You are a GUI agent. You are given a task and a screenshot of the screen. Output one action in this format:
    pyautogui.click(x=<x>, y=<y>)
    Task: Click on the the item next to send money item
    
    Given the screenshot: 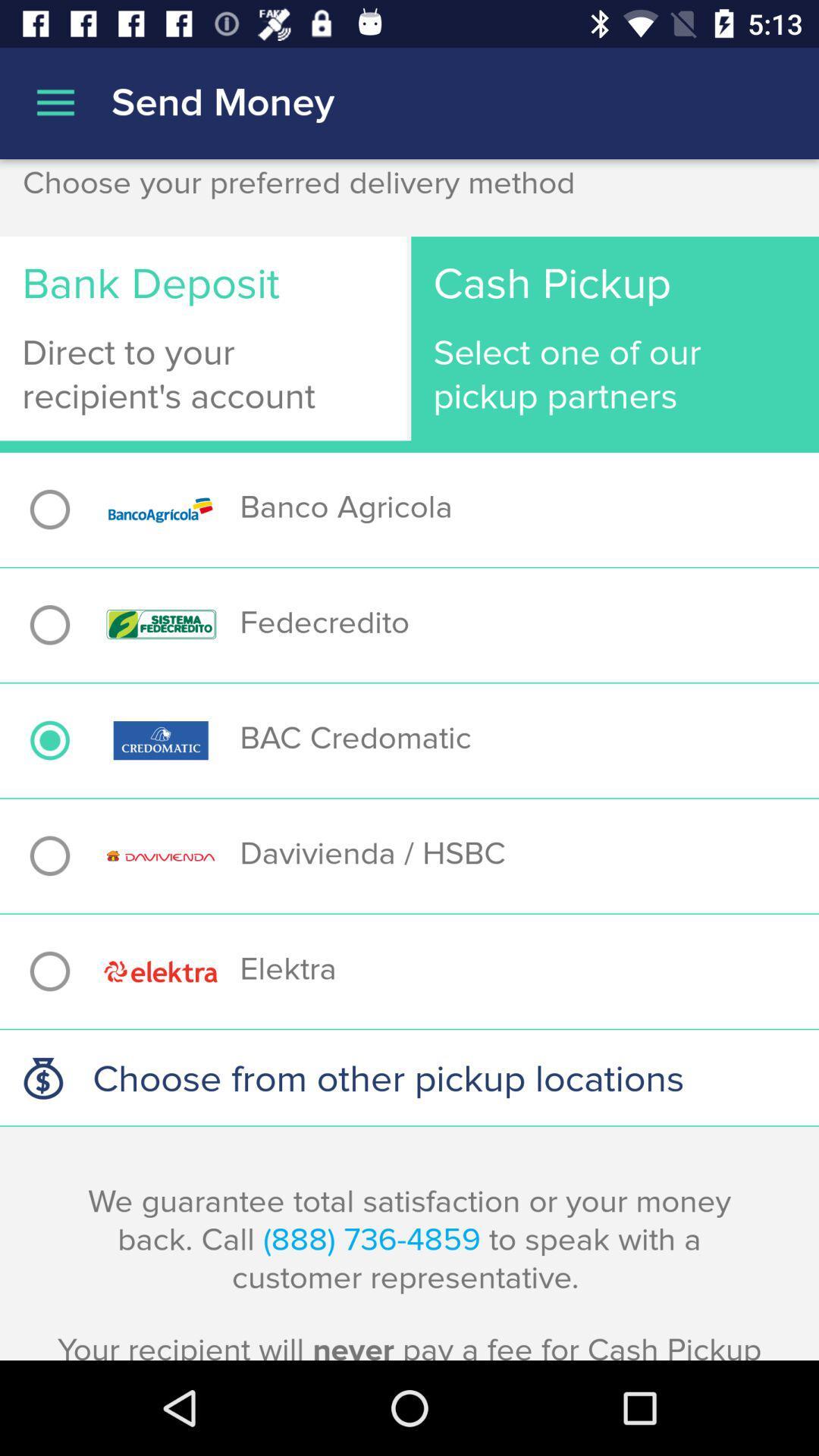 What is the action you would take?
    pyautogui.click(x=55, y=102)
    